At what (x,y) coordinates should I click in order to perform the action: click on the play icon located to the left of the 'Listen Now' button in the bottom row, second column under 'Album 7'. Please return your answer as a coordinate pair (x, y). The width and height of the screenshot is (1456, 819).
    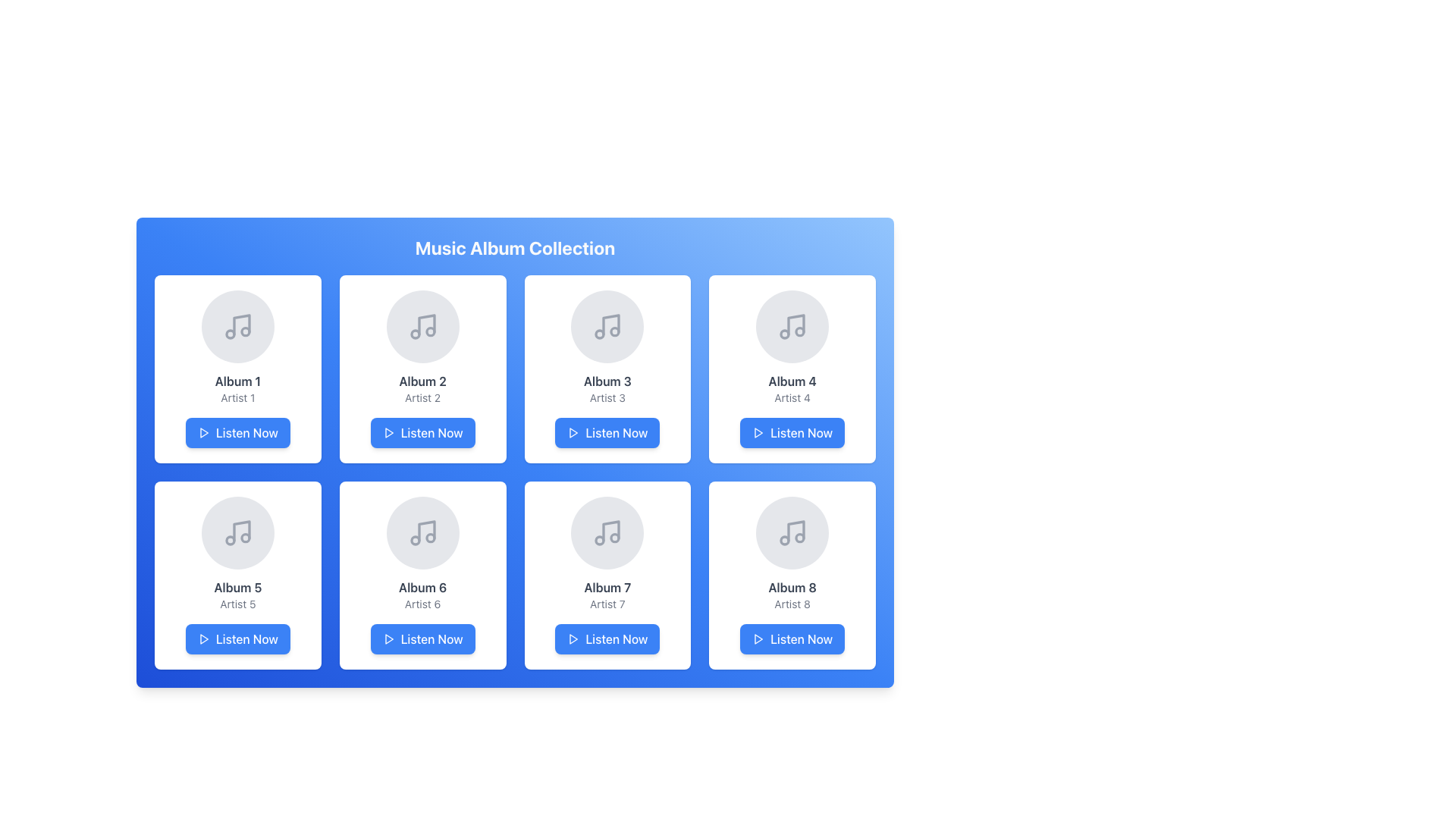
    Looking at the image, I should click on (573, 639).